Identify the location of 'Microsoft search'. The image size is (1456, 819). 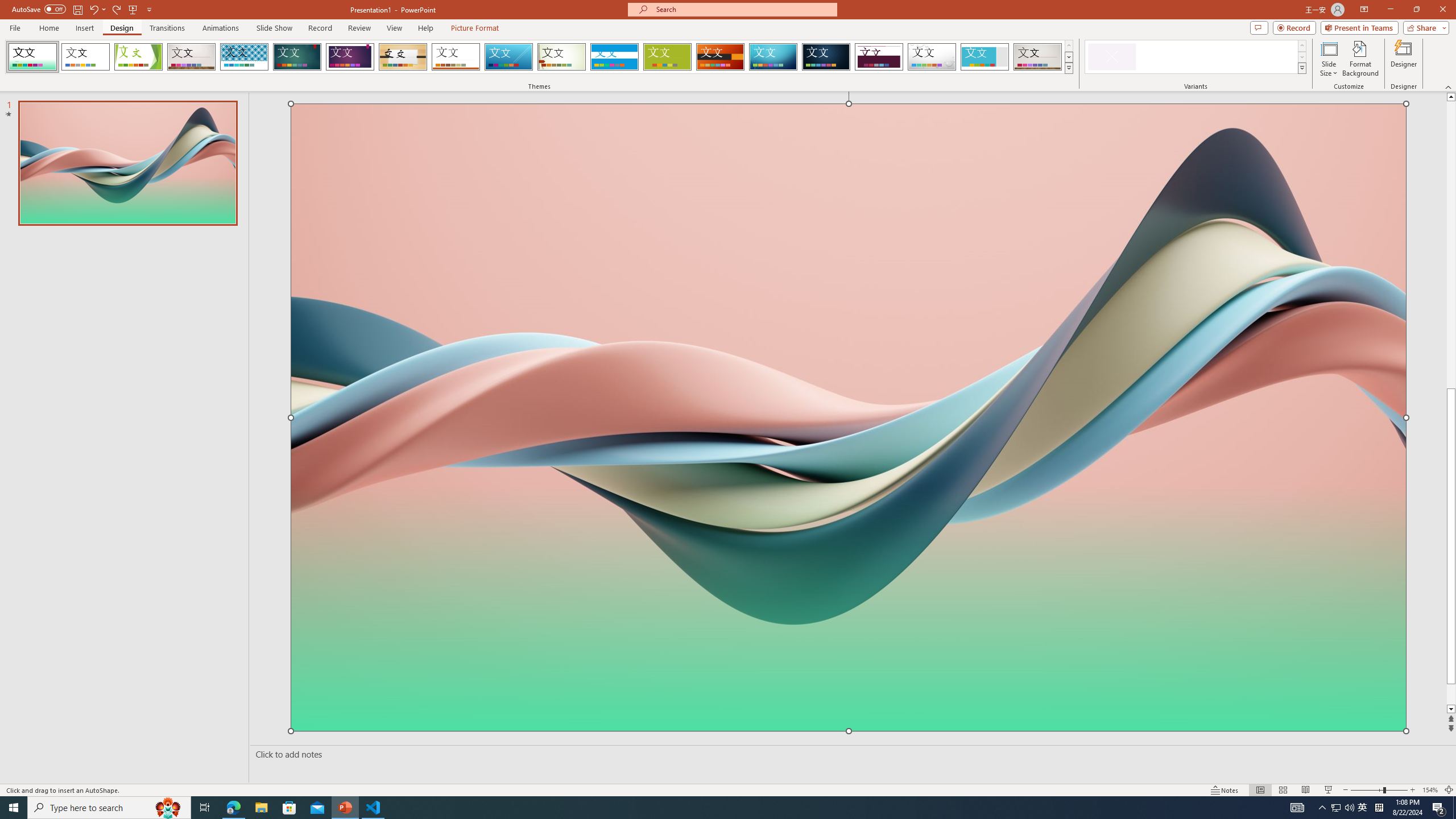
(742, 9).